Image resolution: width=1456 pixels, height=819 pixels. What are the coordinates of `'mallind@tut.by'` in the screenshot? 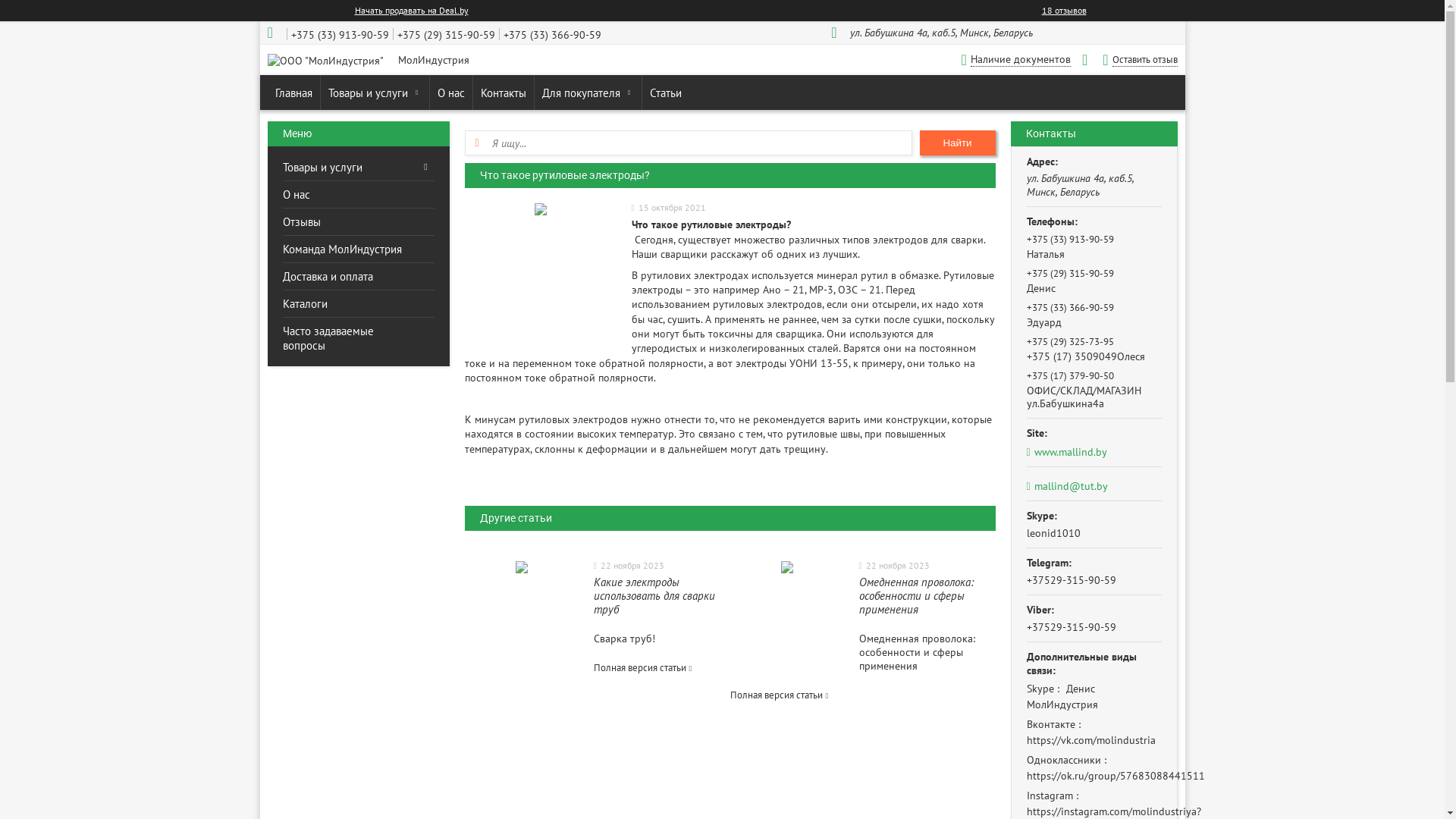 It's located at (1066, 485).